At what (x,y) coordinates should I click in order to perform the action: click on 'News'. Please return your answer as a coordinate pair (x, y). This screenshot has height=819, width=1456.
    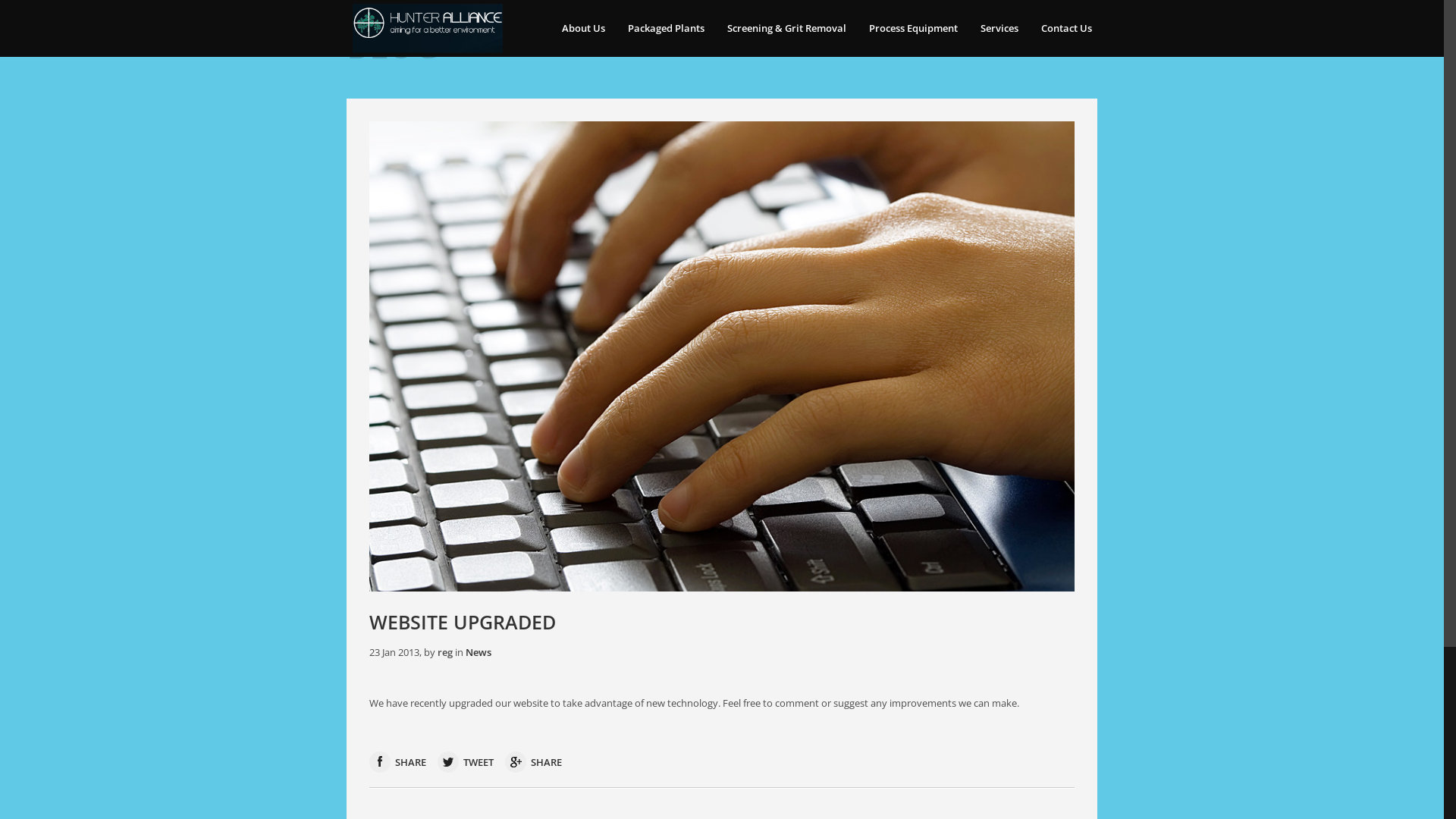
    Looking at the image, I should click on (477, 651).